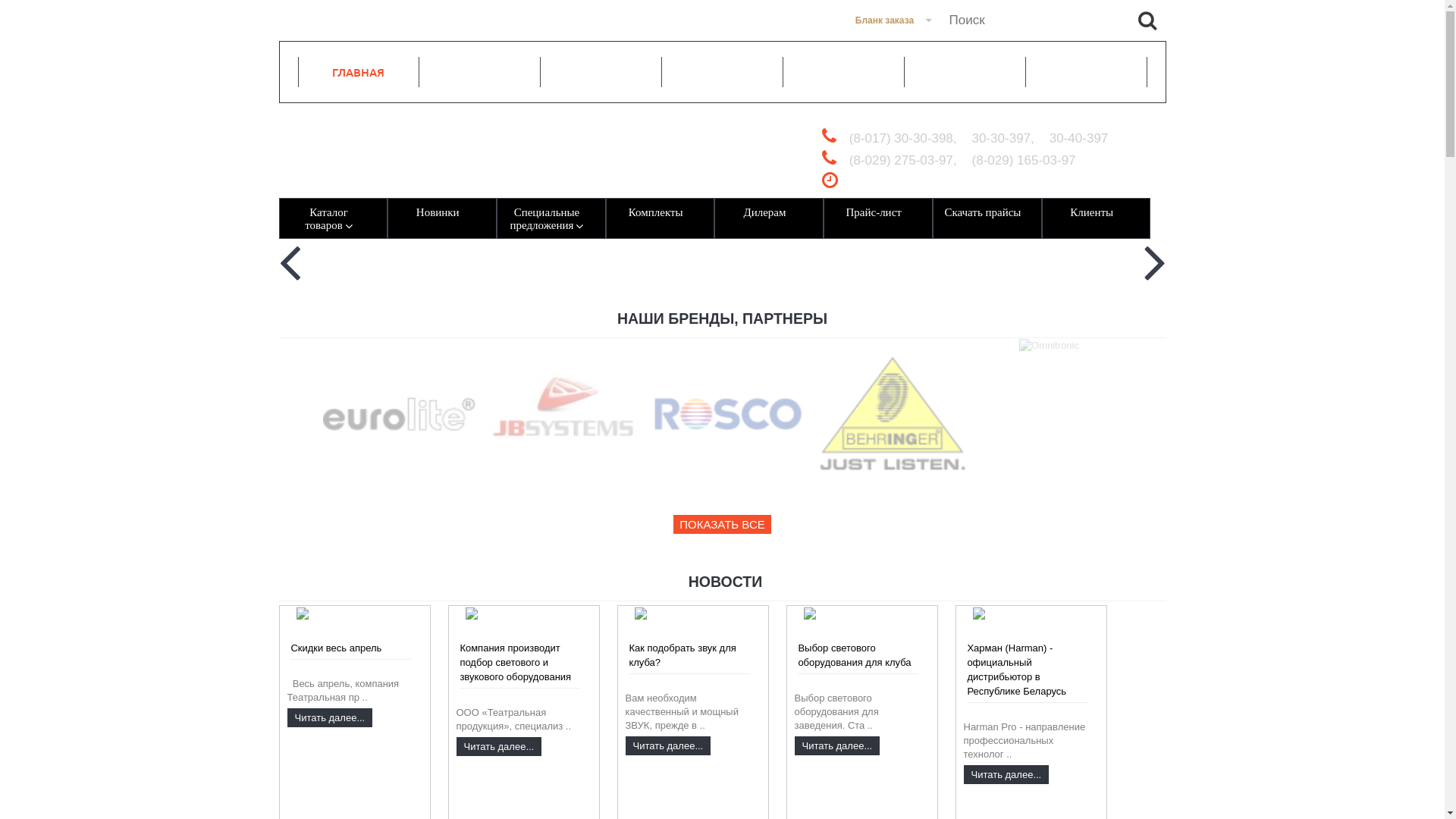  Describe the element at coordinates (322, 414) in the screenshot. I see `'Eurolite'` at that location.